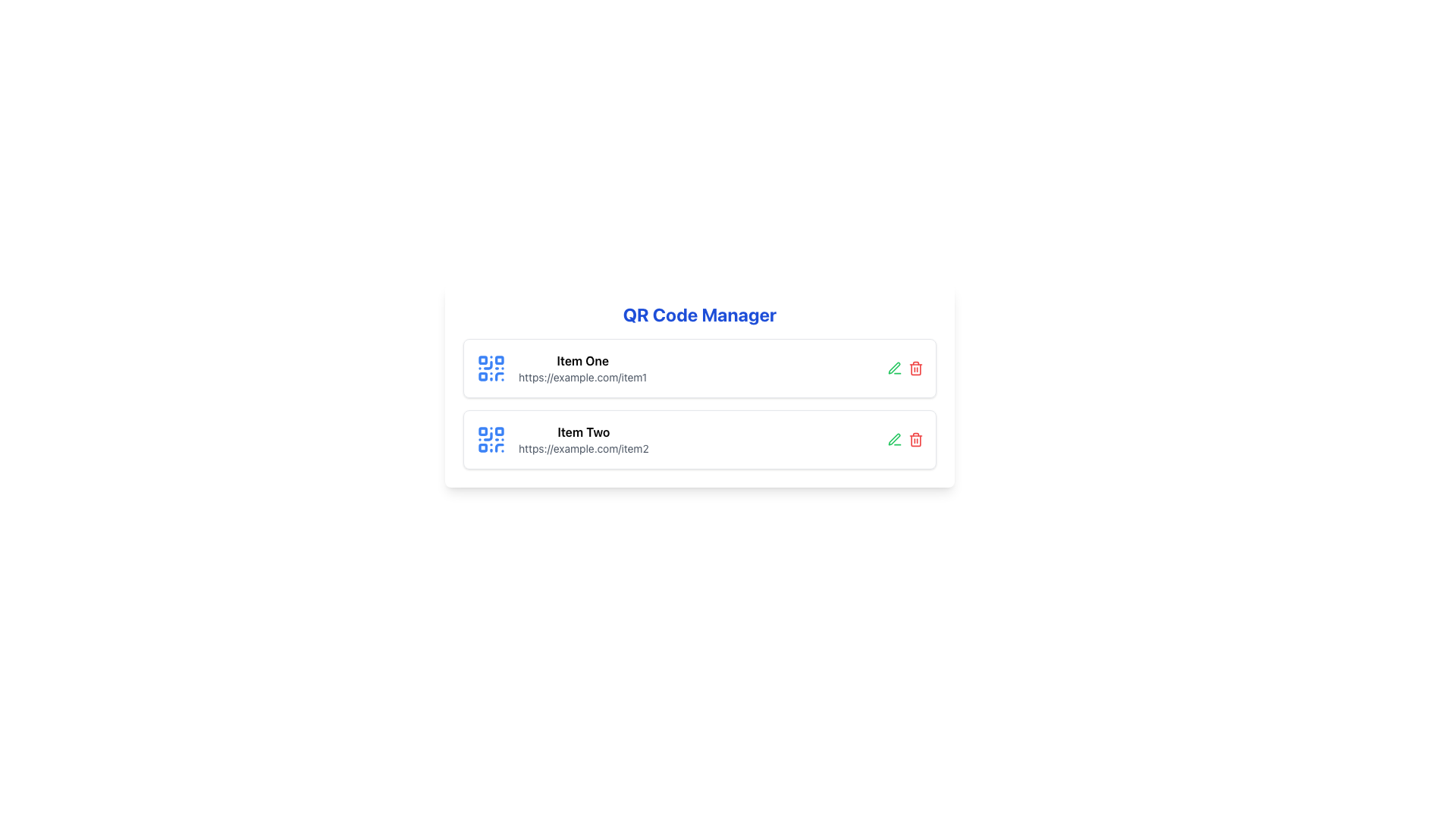 The image size is (1456, 819). Describe the element at coordinates (698, 439) in the screenshot. I see `the Card representing 'Item Two' in the QR Code Manager` at that location.